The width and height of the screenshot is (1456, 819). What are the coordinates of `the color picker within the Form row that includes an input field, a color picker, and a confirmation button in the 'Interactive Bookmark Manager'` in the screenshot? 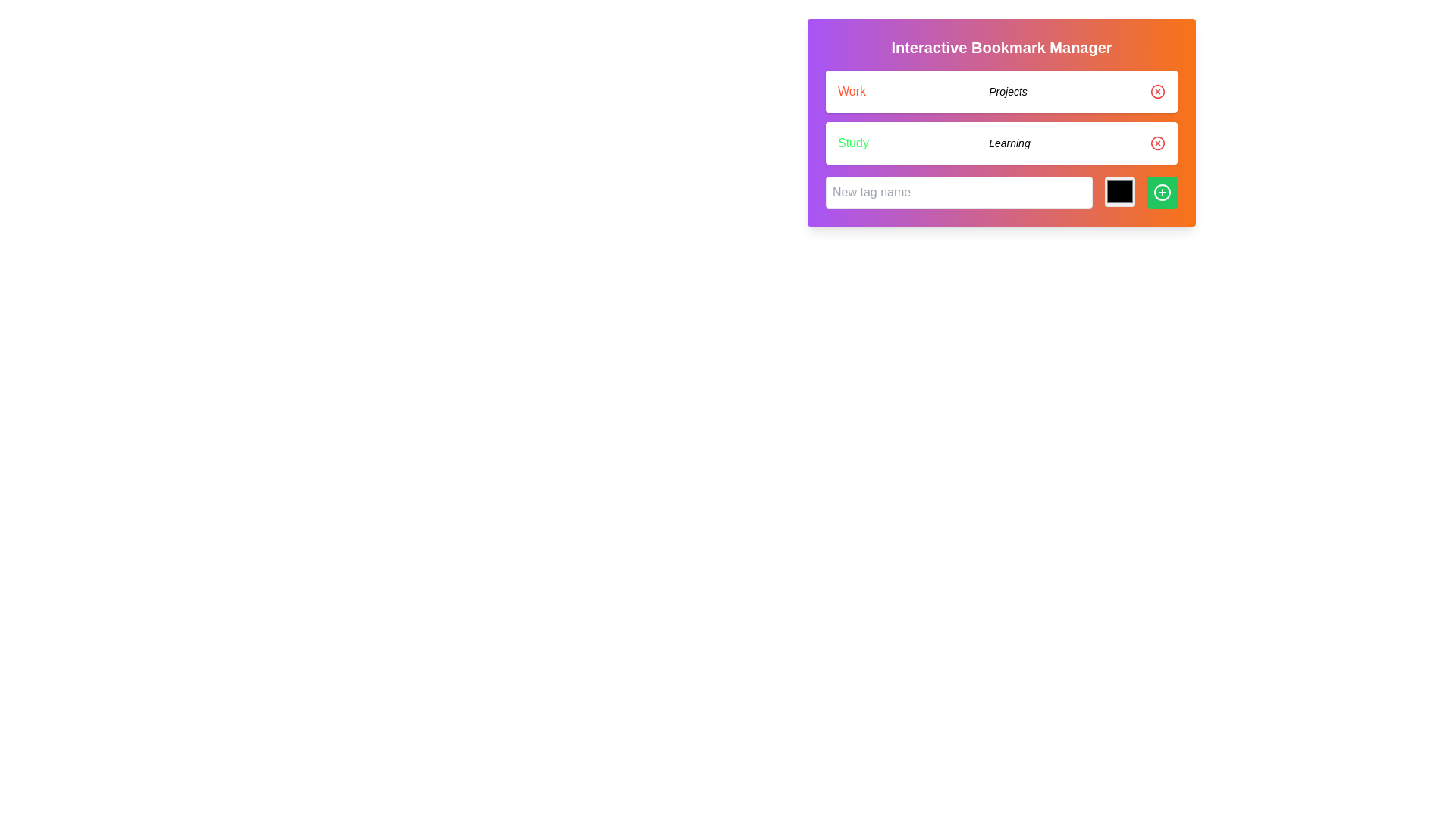 It's located at (1001, 192).